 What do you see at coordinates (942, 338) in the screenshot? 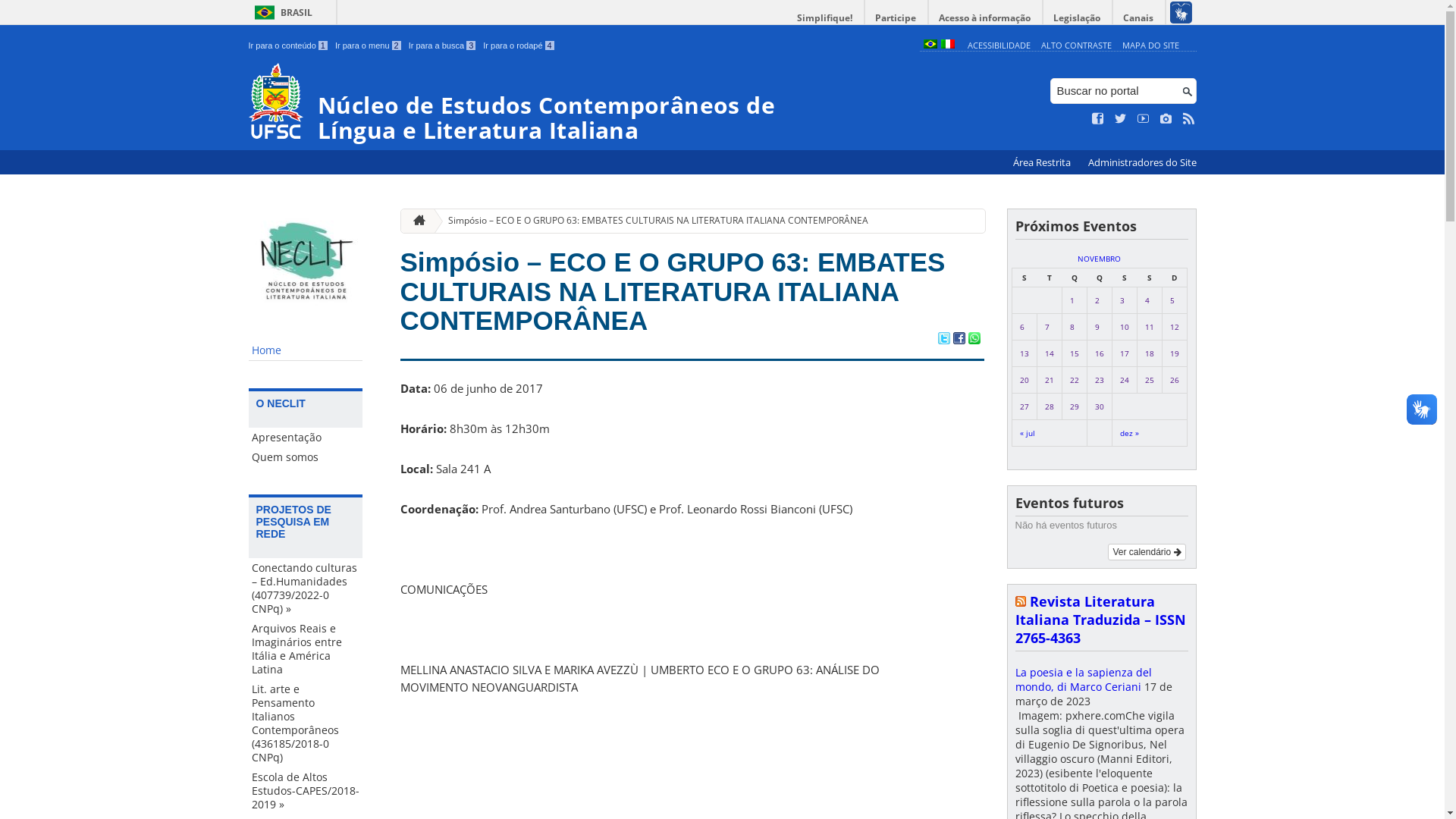
I see `'Compartilhar no Twitter'` at bounding box center [942, 338].